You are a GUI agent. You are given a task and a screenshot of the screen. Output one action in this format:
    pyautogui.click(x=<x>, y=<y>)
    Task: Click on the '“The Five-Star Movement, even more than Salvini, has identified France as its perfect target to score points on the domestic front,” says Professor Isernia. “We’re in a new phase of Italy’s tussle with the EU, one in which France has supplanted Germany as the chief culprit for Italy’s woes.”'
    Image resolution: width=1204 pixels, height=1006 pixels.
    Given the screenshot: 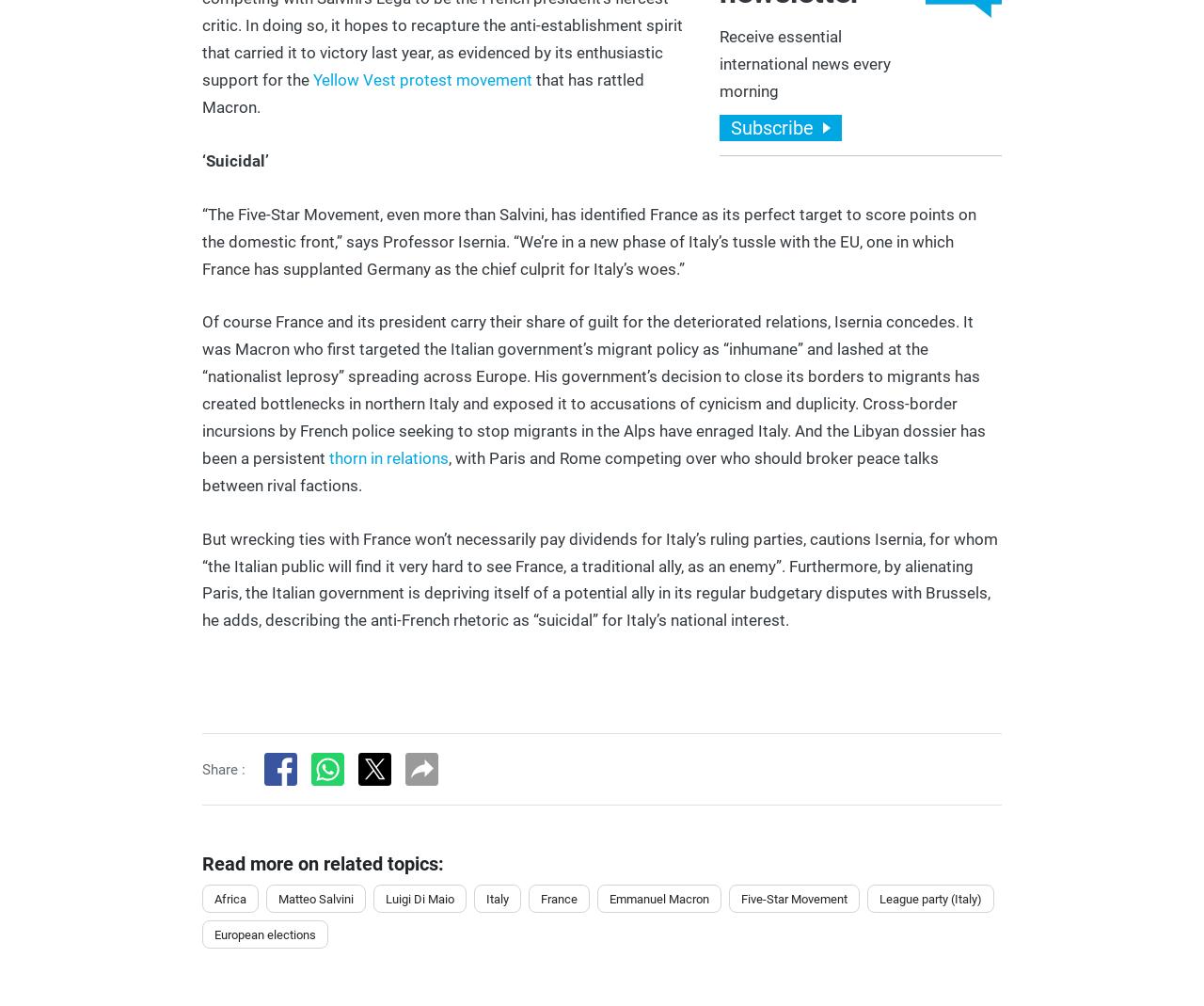 What is the action you would take?
    pyautogui.click(x=588, y=240)
    